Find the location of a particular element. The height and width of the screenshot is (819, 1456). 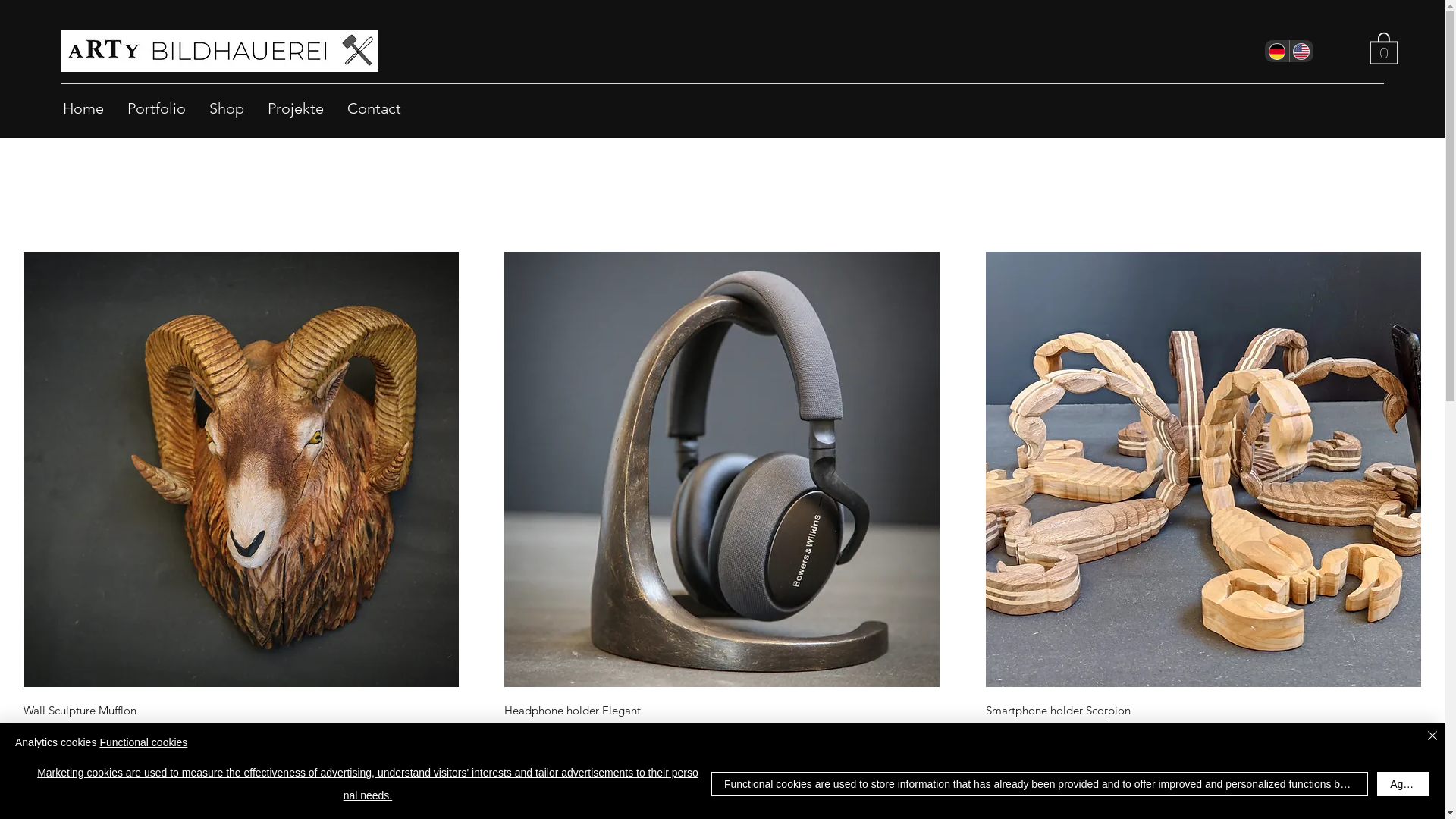

'Contact' is located at coordinates (334, 107).